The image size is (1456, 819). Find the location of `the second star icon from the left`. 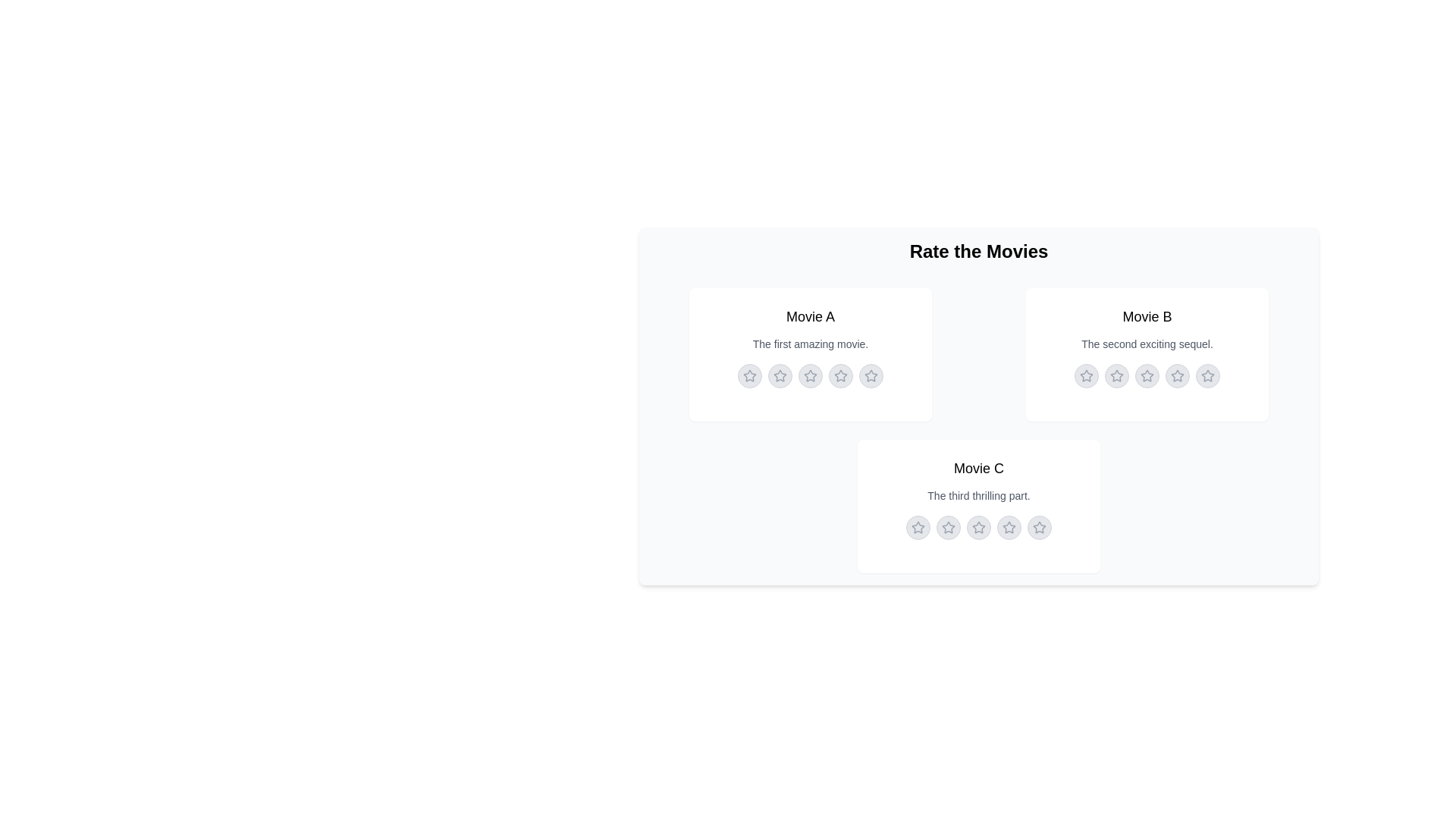

the second star icon from the left is located at coordinates (946, 526).